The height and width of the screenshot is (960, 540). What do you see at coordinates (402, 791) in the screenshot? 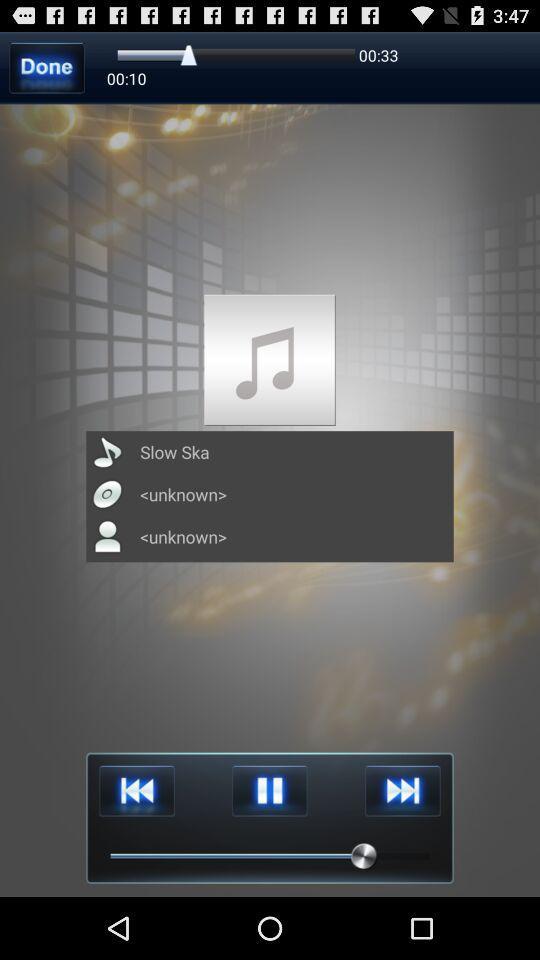
I see `next item` at bounding box center [402, 791].